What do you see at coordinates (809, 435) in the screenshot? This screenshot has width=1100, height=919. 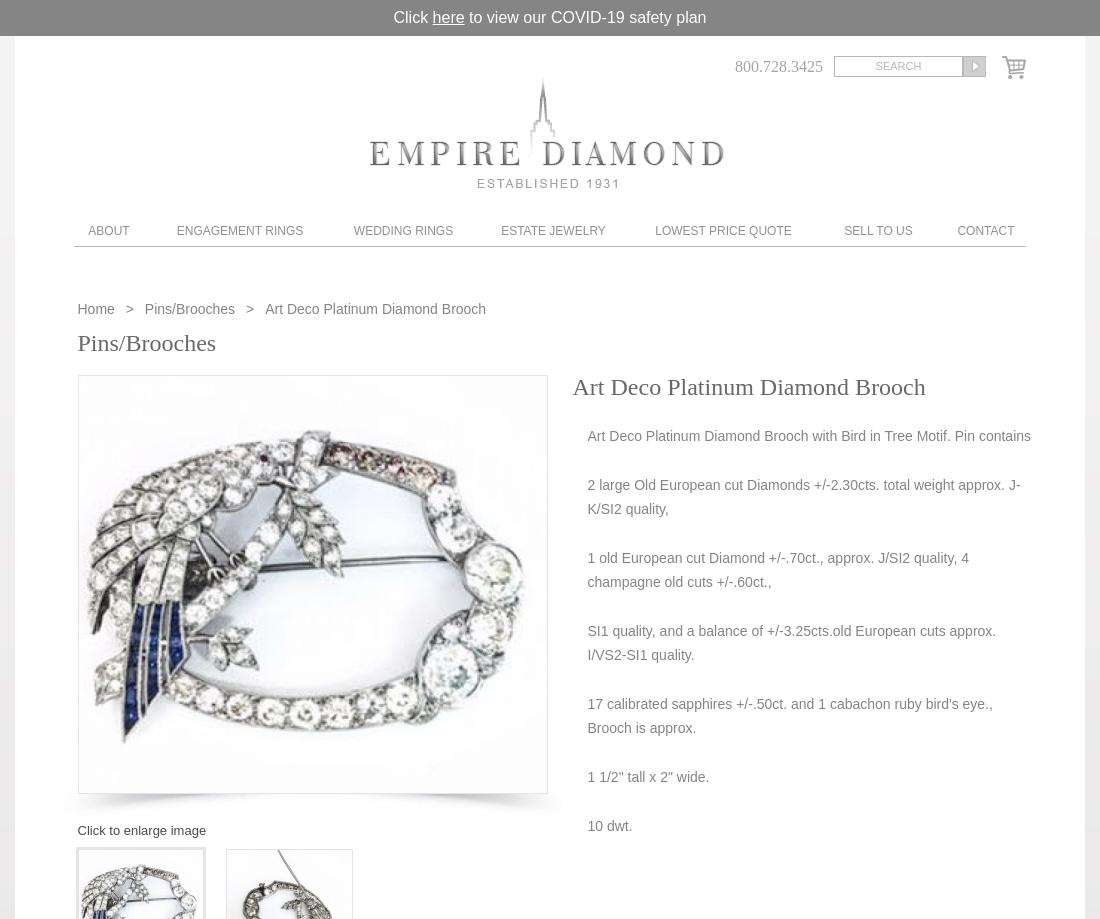 I see `'Art Deco Platinum Diamond Brooch with Bird in Tree Motif. Pin contains'` at bounding box center [809, 435].